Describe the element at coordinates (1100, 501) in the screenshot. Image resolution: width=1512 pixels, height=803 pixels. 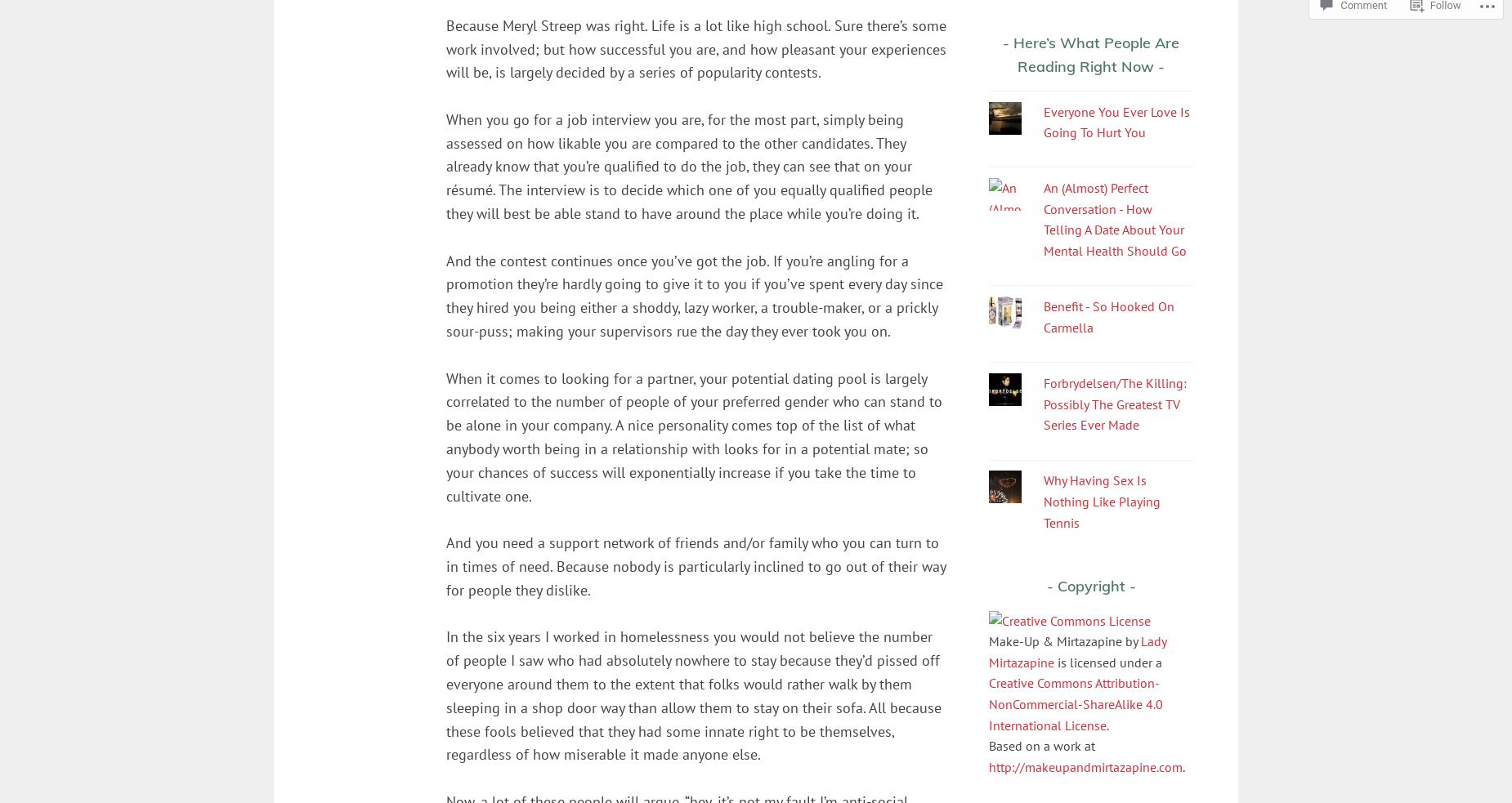
I see `'Why Having Sex Is Nothing Like Playing Tennis'` at that location.